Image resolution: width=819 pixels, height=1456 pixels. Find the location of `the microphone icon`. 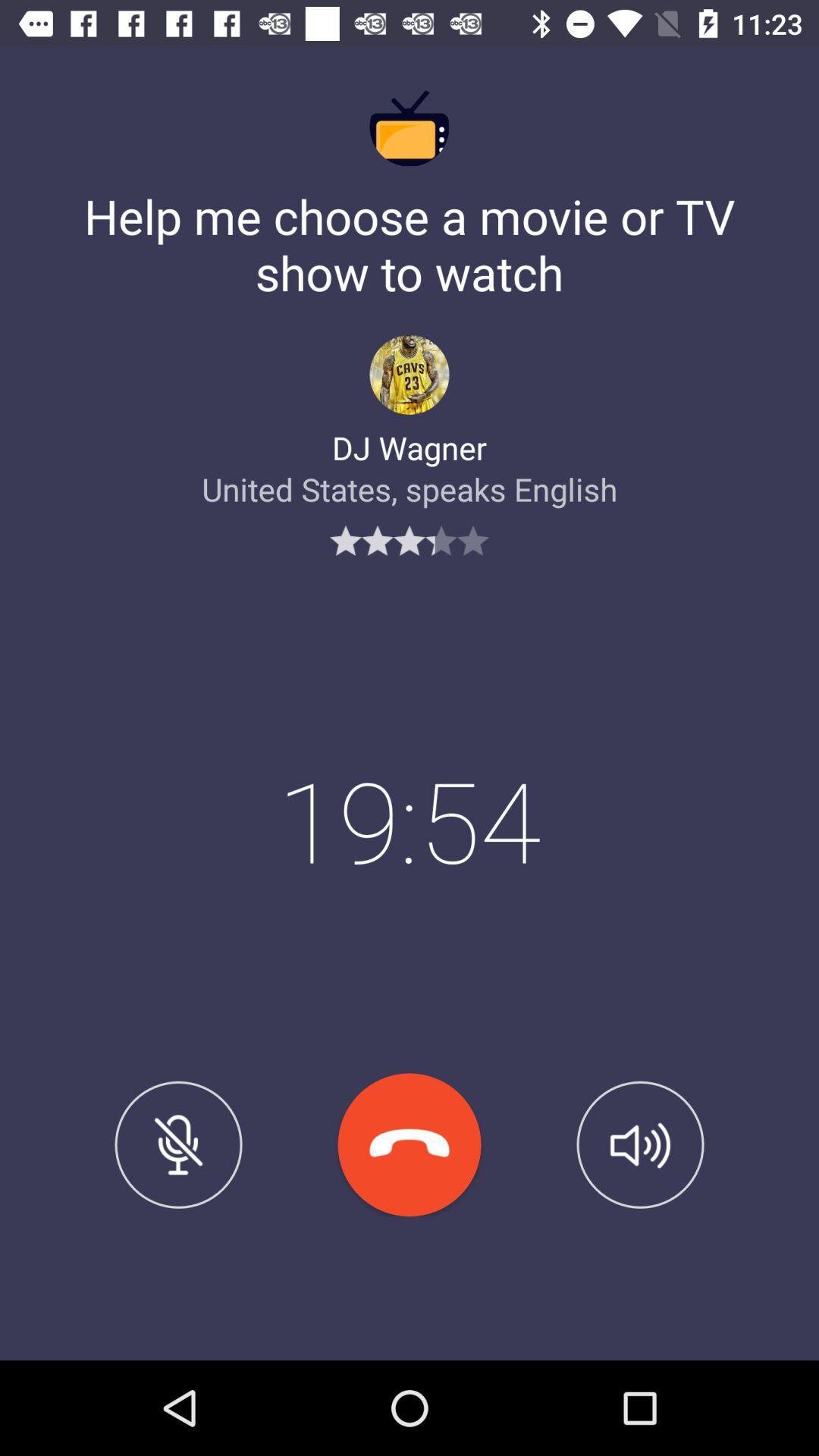

the microphone icon is located at coordinates (177, 1144).